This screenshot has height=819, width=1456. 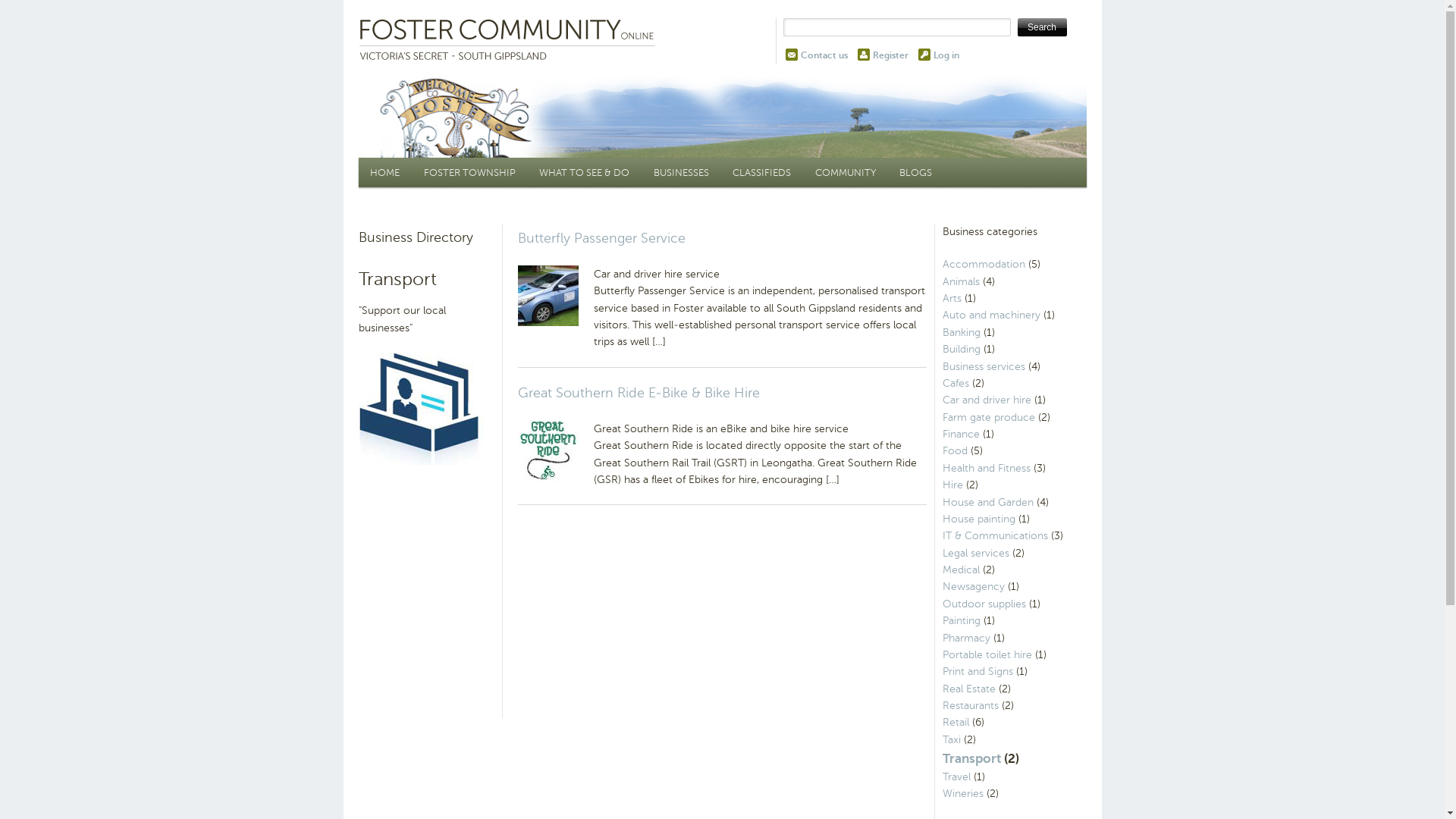 I want to click on 'Auto and machinery', so click(x=990, y=314).